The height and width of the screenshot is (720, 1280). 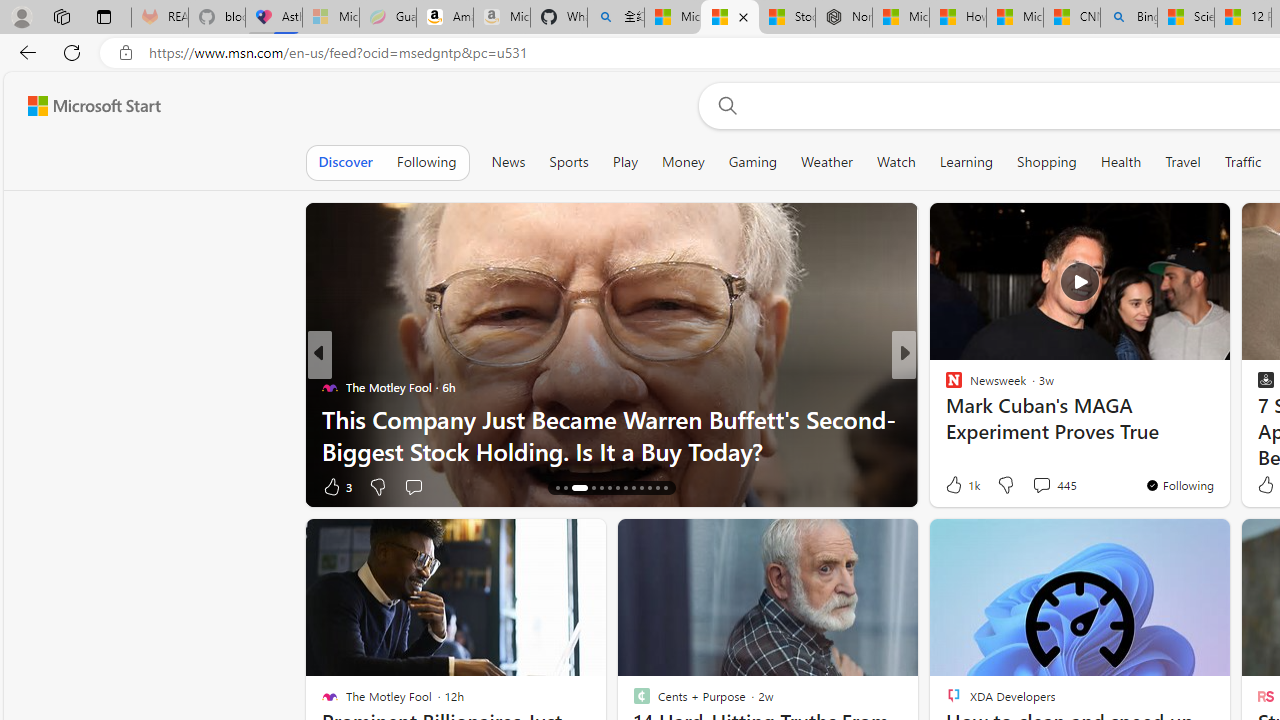 What do you see at coordinates (961, 484) in the screenshot?
I see `'1k Like'` at bounding box center [961, 484].